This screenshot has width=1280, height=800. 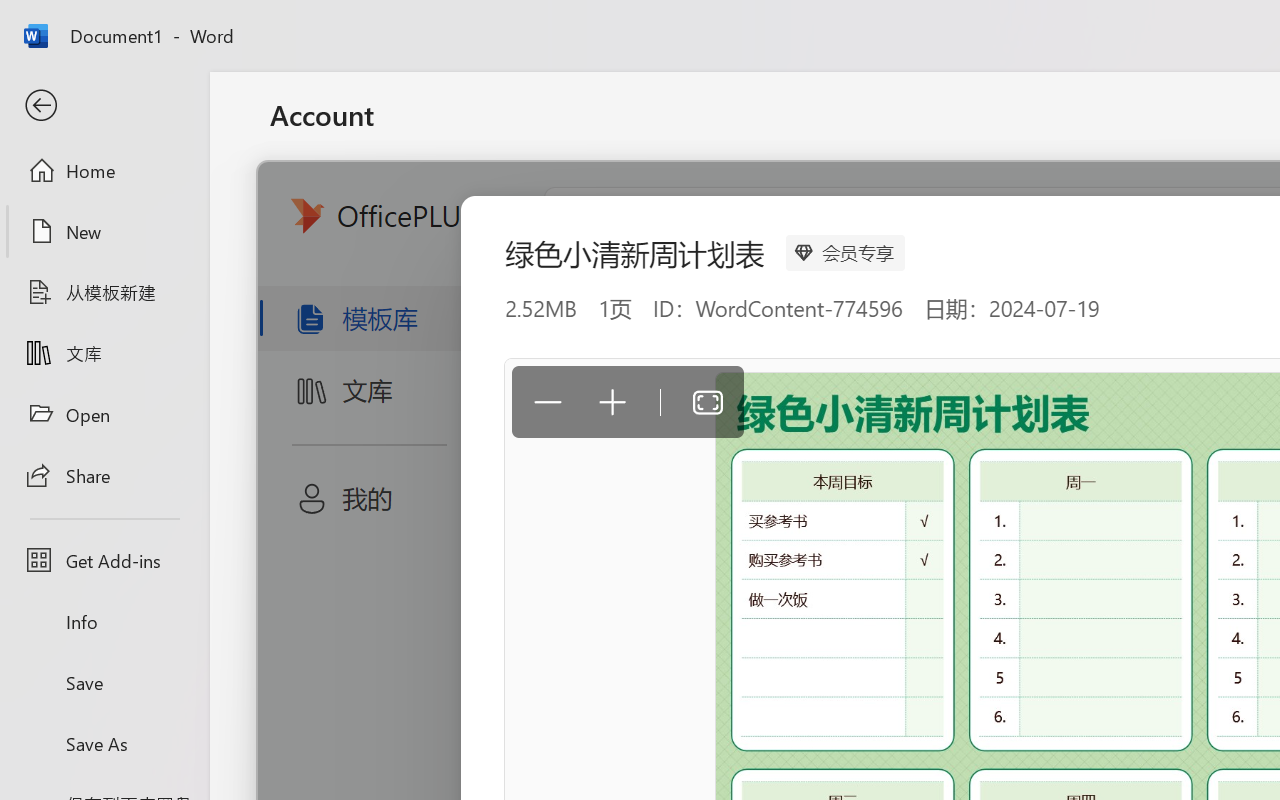 What do you see at coordinates (103, 560) in the screenshot?
I see `'Get Add-ins'` at bounding box center [103, 560].